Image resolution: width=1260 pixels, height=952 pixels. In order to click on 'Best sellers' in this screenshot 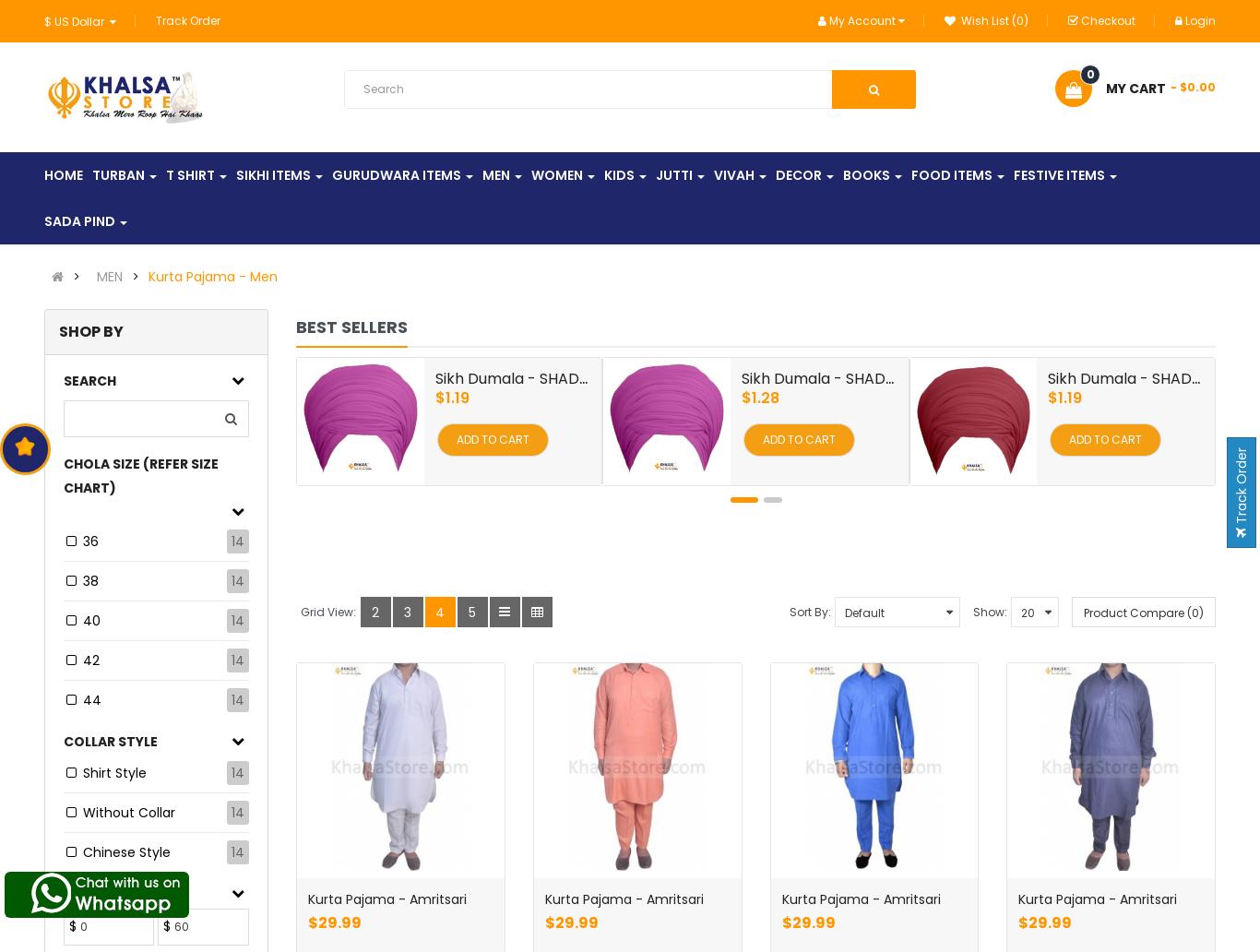, I will do `click(350, 327)`.